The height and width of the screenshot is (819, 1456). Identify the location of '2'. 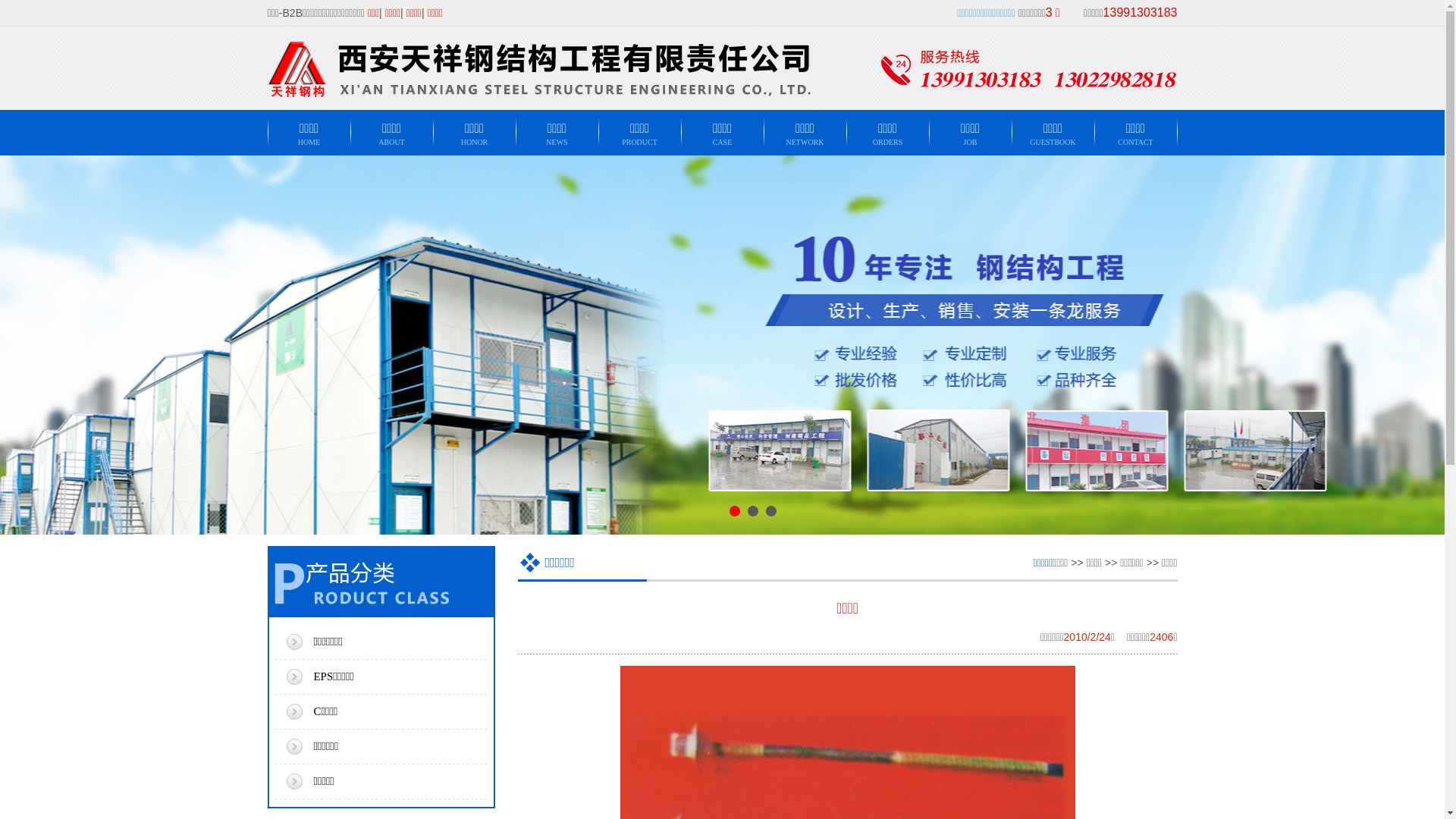
(747, 511).